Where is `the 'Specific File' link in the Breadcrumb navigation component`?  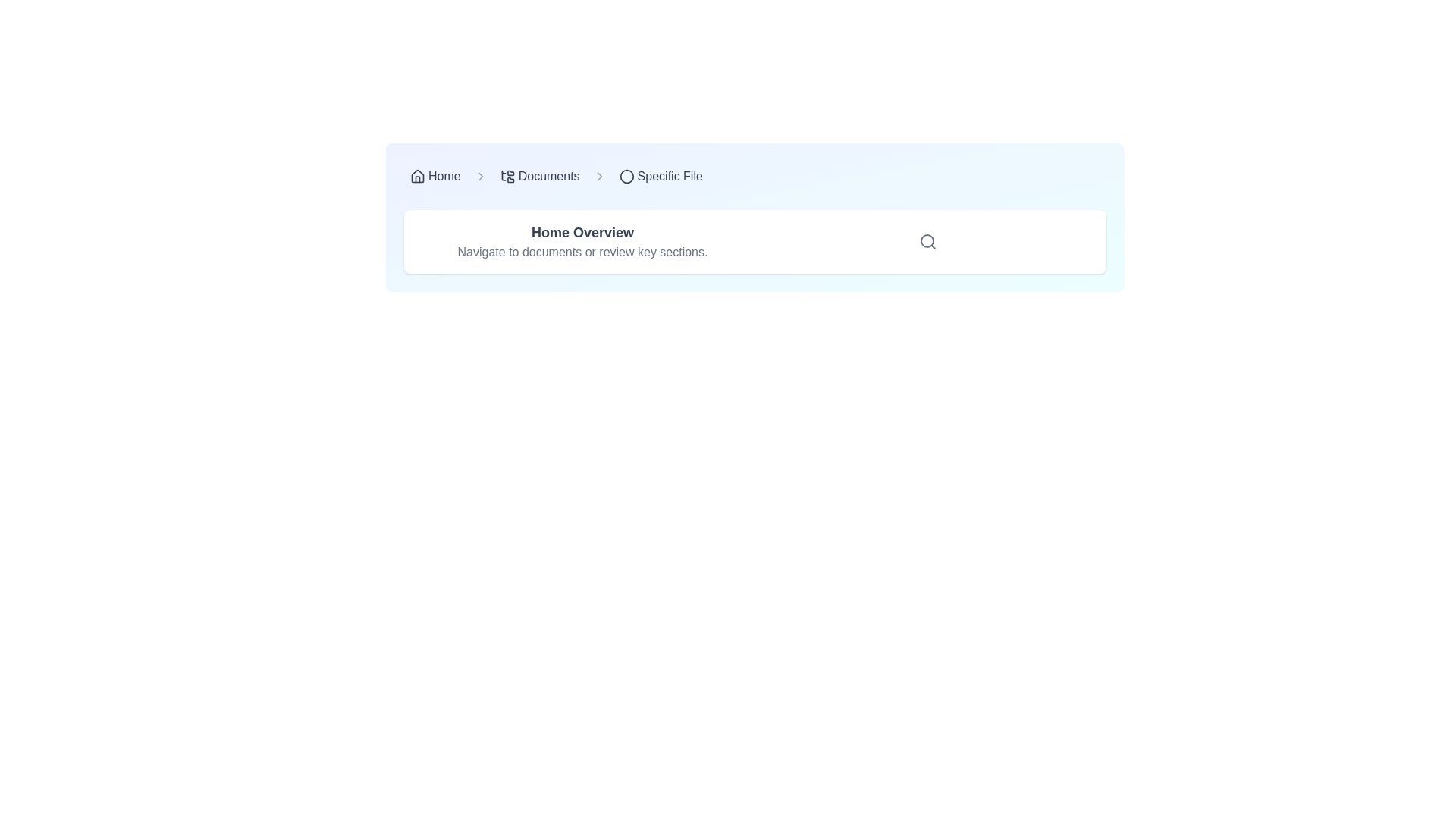
the 'Specific File' link in the Breadcrumb navigation component is located at coordinates (755, 175).